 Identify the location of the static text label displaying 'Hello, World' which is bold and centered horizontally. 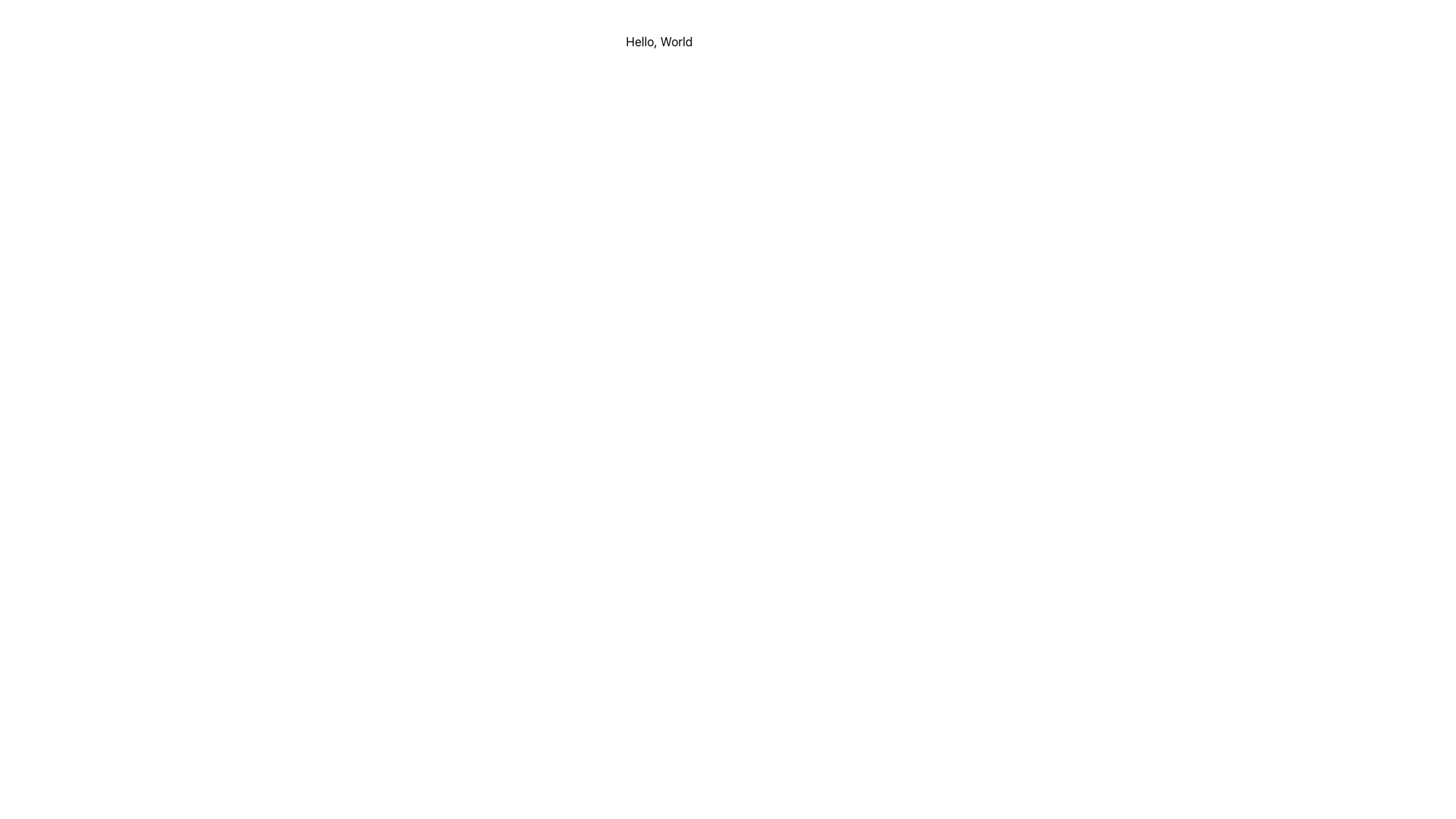
(659, 40).